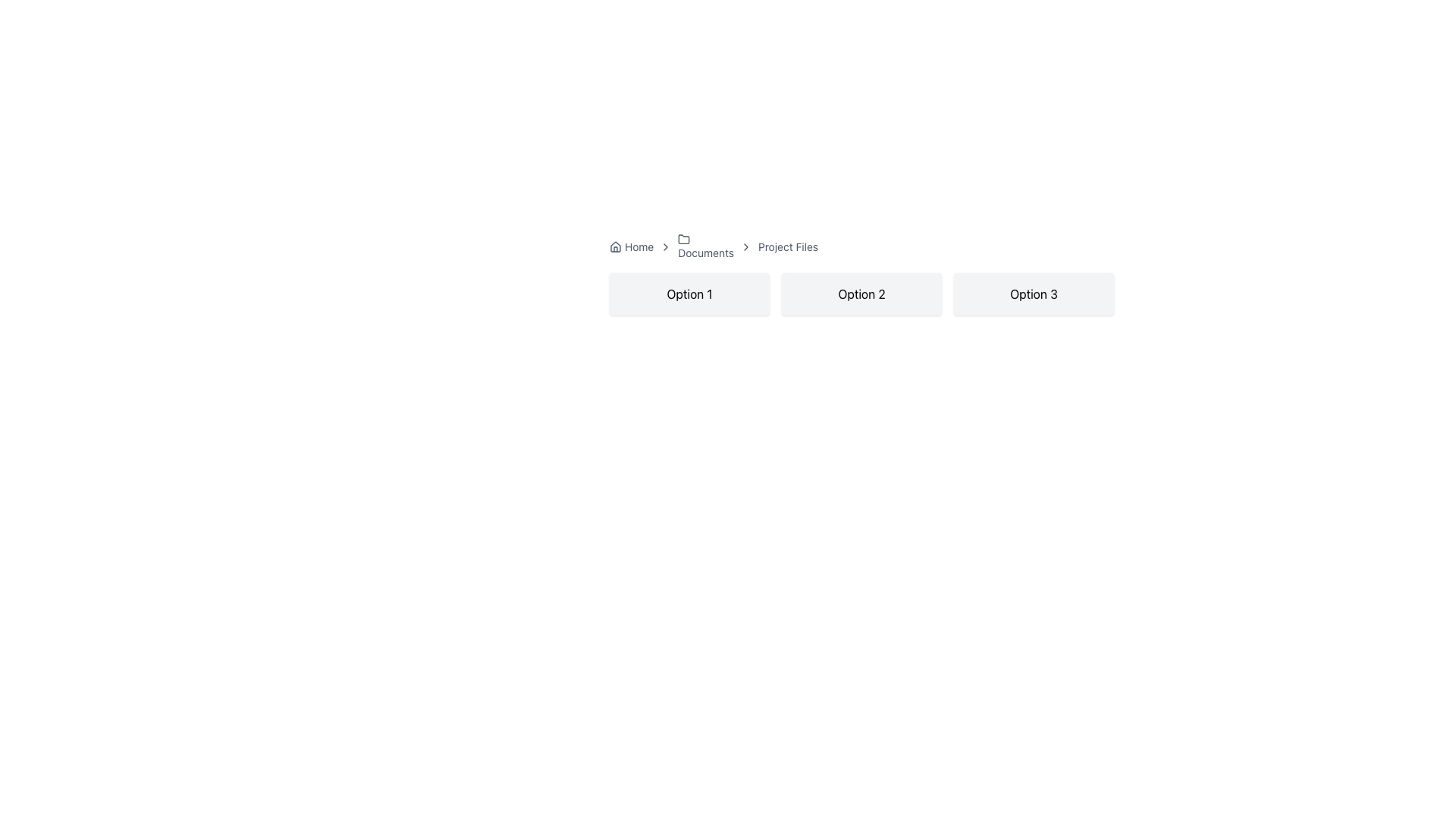  I want to click on any button in the group of three rectangular buttons labeled 'Option 1,' 'Option 2,' and 'Option 3', so click(861, 294).